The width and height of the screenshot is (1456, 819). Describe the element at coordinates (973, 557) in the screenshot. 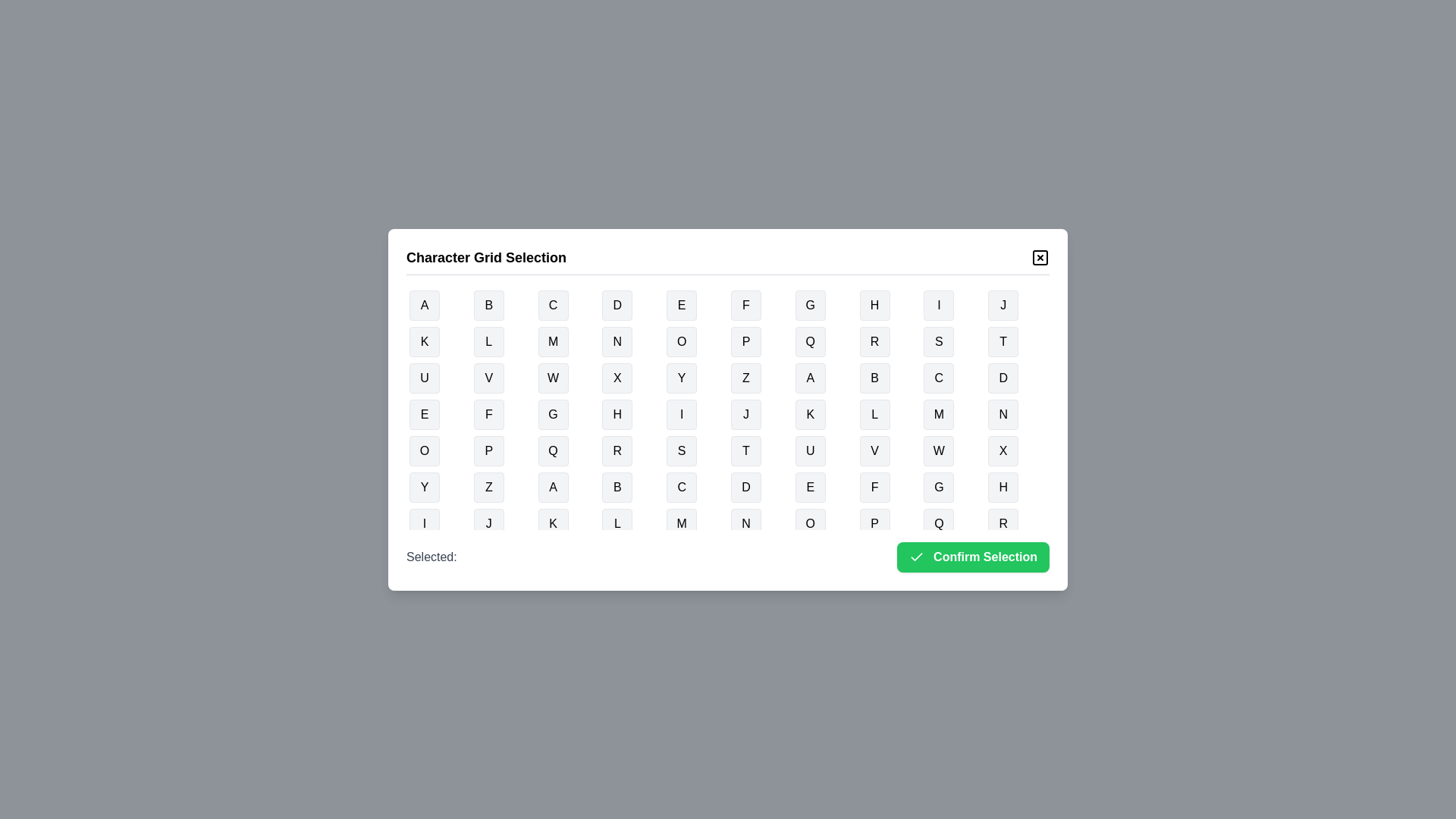

I see `the 'Confirm Selection' button` at that location.